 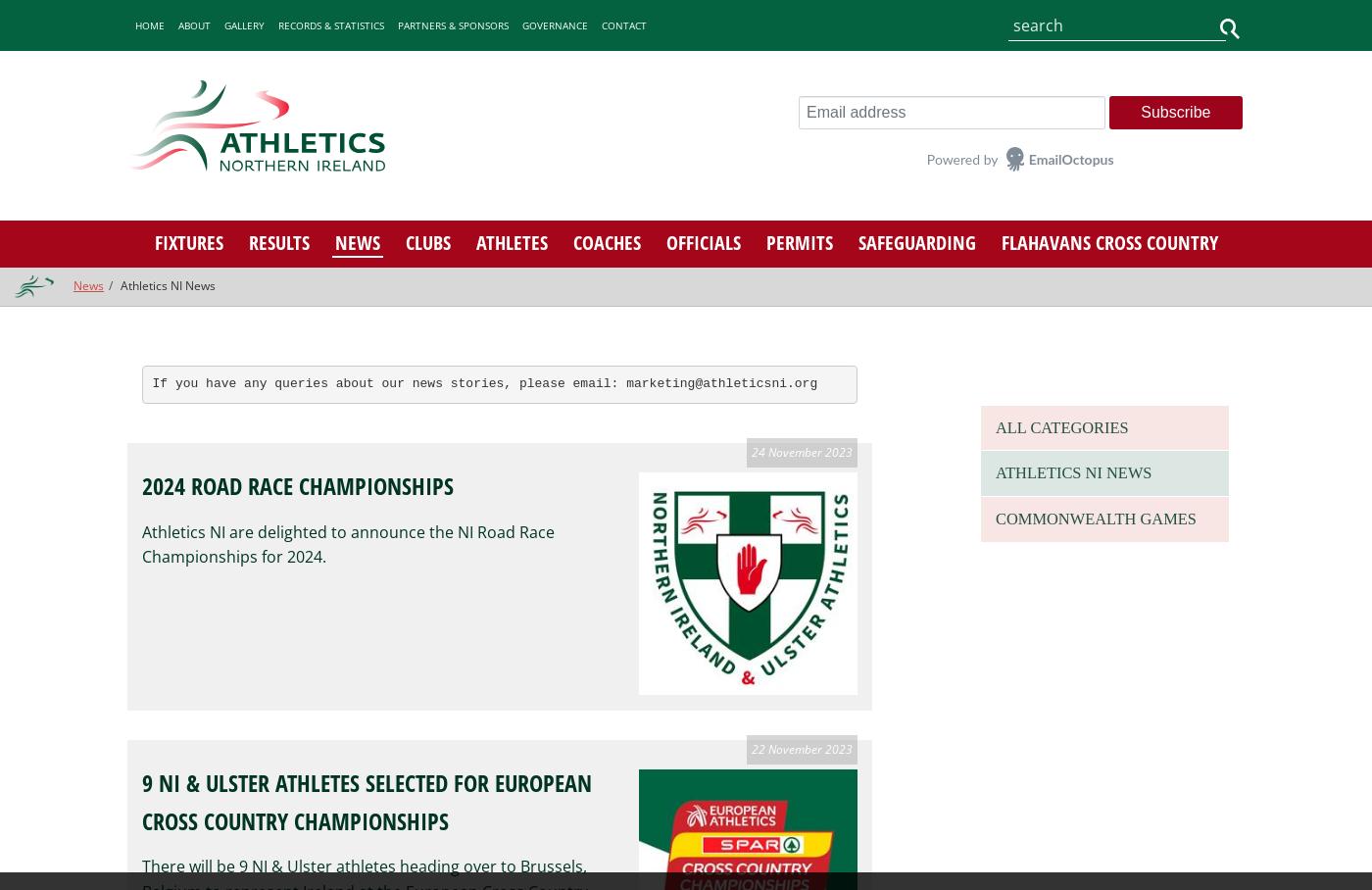 What do you see at coordinates (1001, 240) in the screenshot?
I see `'Flahavans Cross Country'` at bounding box center [1001, 240].